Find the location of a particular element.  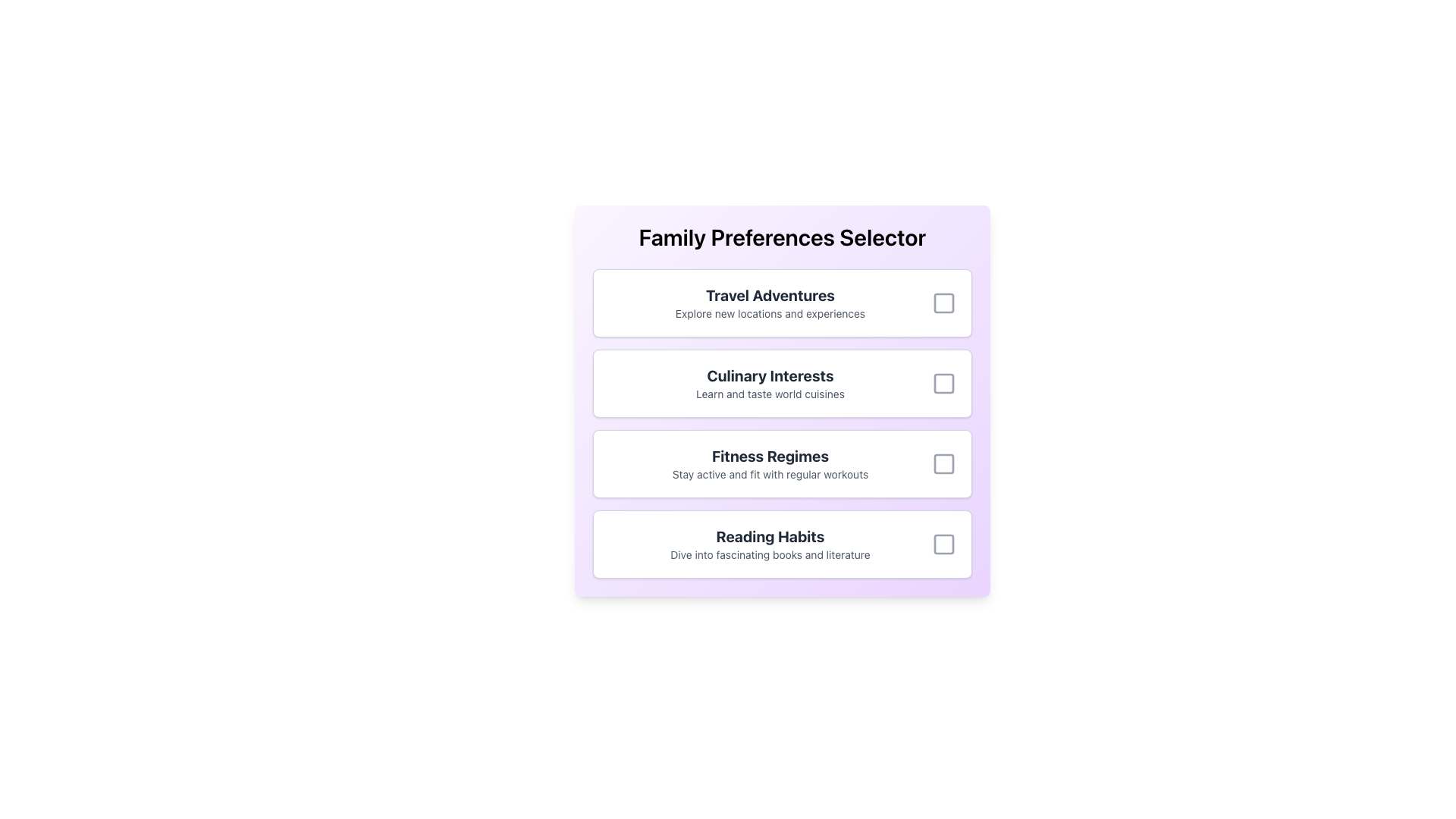

the 'Reading Habits' text label, which contains a bold title and a descriptive line, positioned in the 'Family Preferences Selector' section is located at coordinates (770, 543).